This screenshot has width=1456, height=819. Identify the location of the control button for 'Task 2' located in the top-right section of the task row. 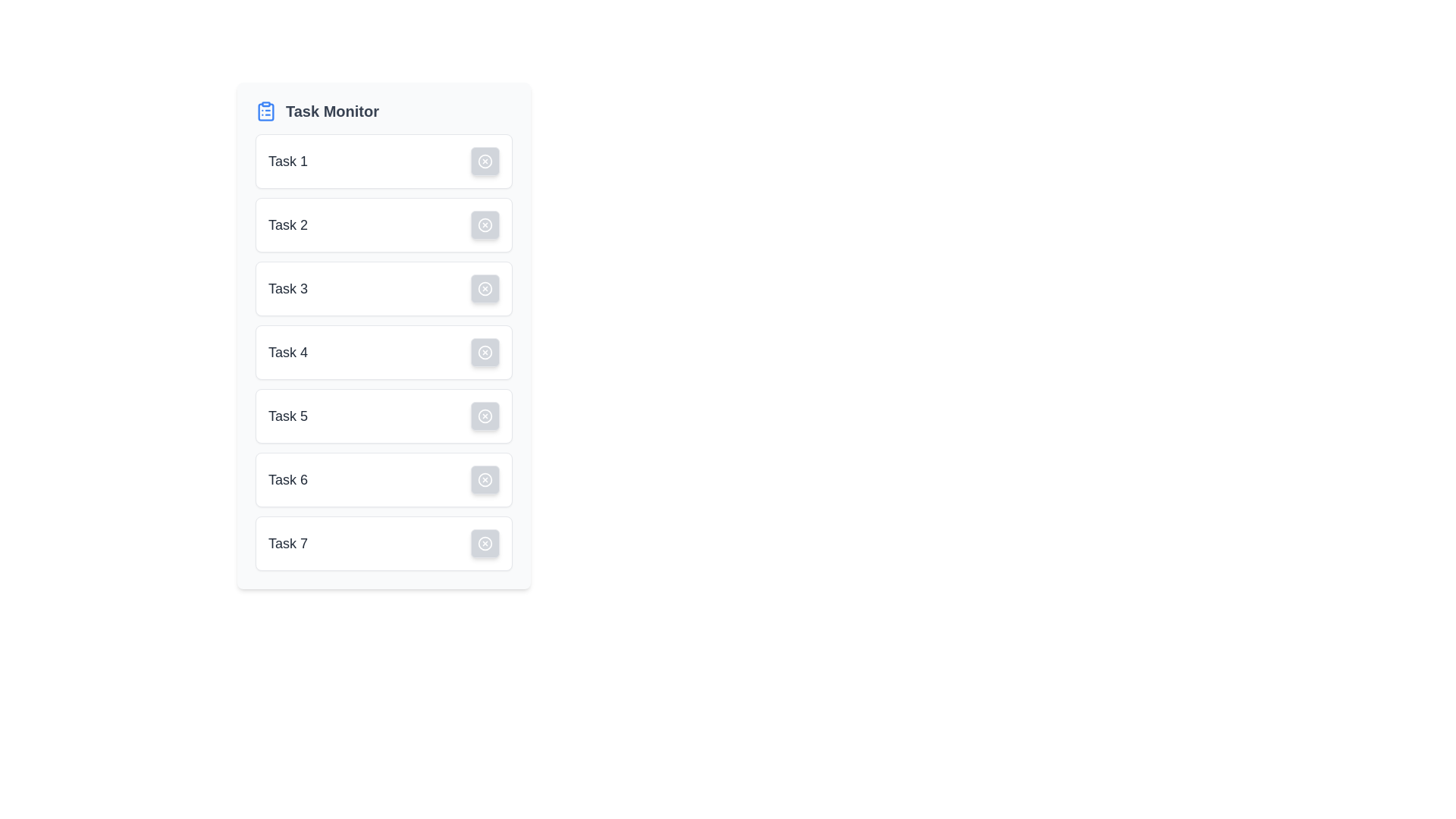
(484, 225).